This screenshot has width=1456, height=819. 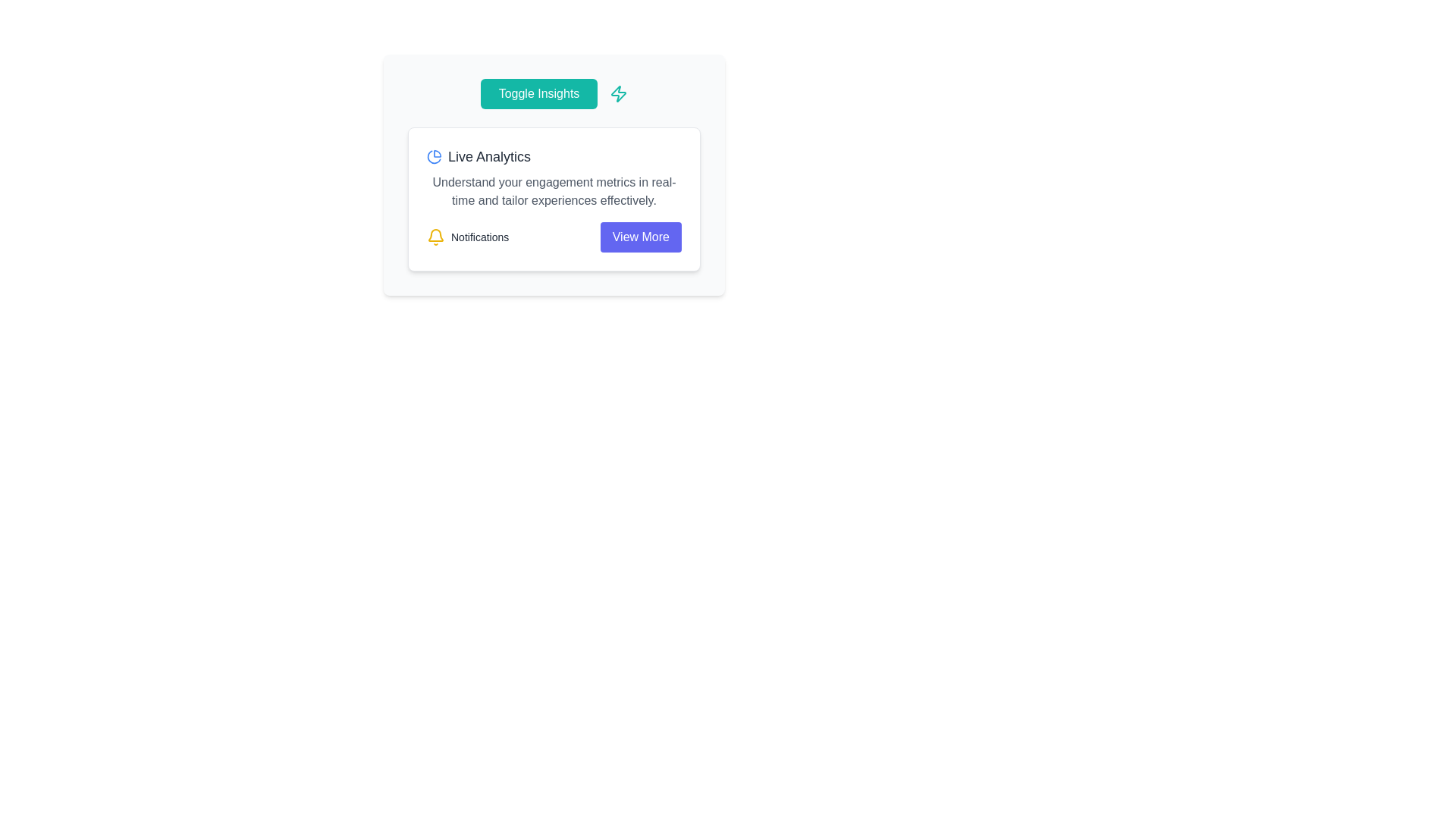 What do you see at coordinates (553, 191) in the screenshot?
I see `static text providing descriptive information about analytics features located under the 'Live Analytics' heading and above the 'Notifications' section` at bounding box center [553, 191].